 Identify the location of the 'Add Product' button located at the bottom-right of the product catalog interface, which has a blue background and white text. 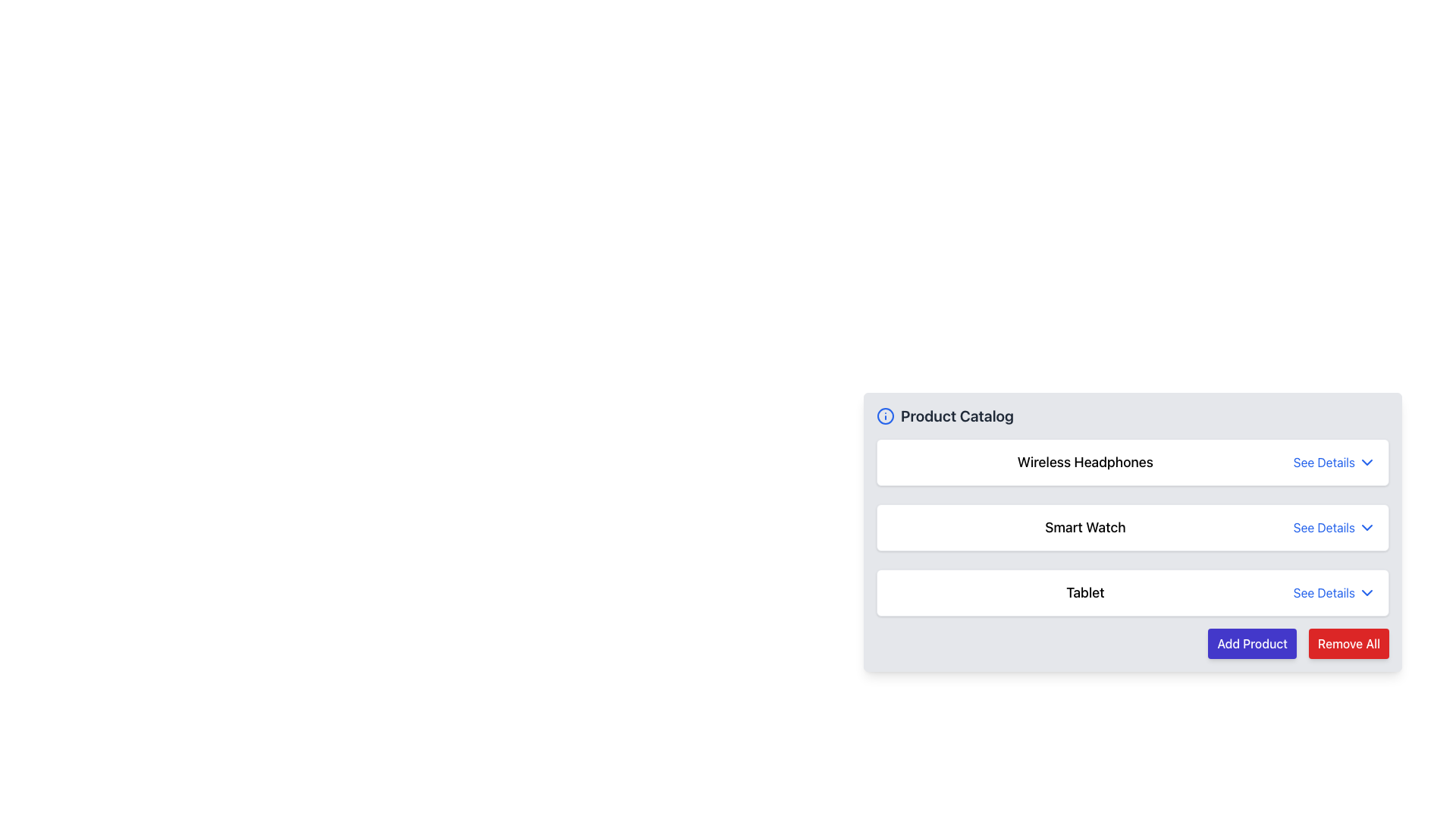
(1252, 643).